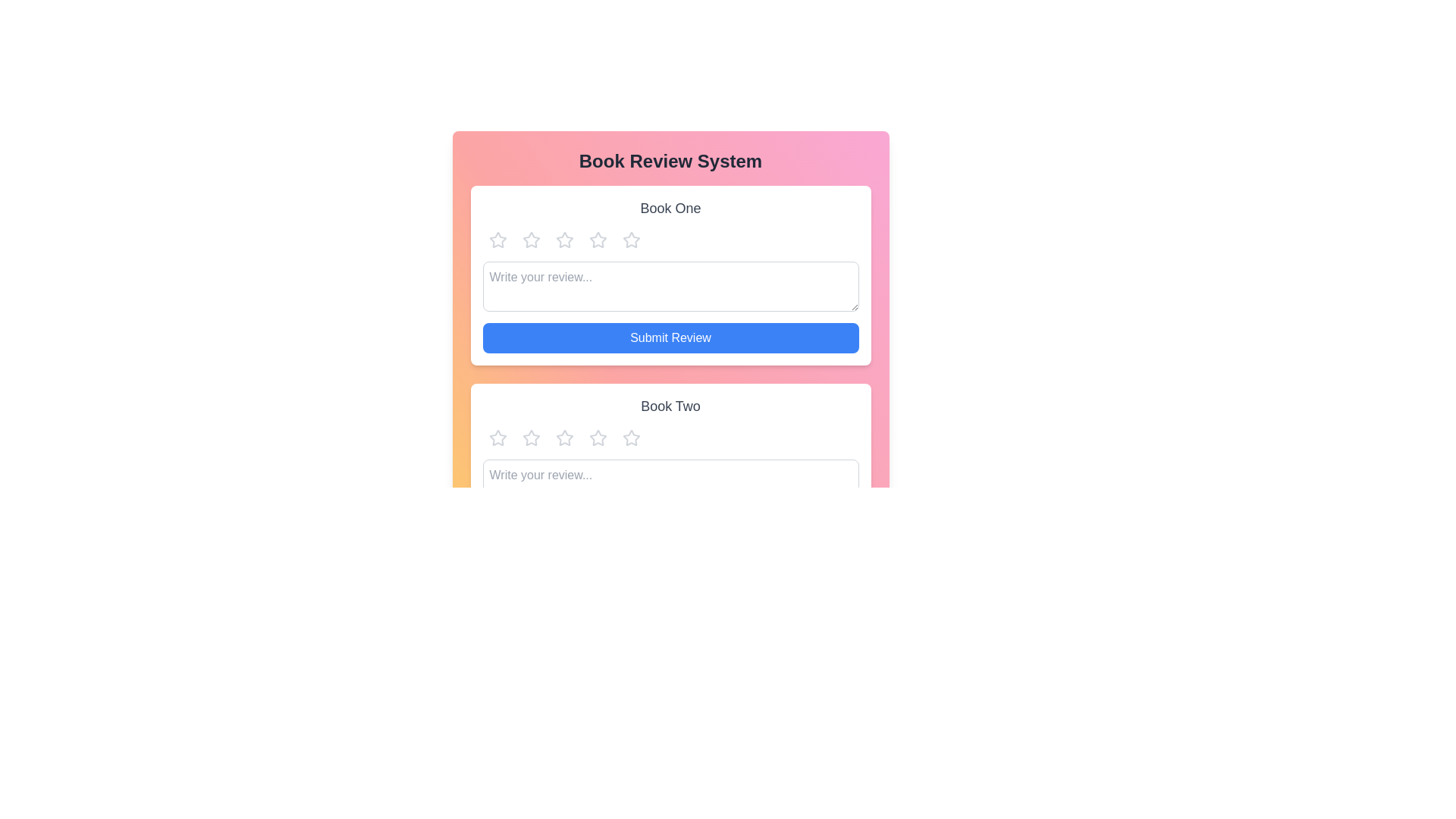 The height and width of the screenshot is (819, 1456). Describe the element at coordinates (670, 406) in the screenshot. I see `the title of the book Book Two to read` at that location.